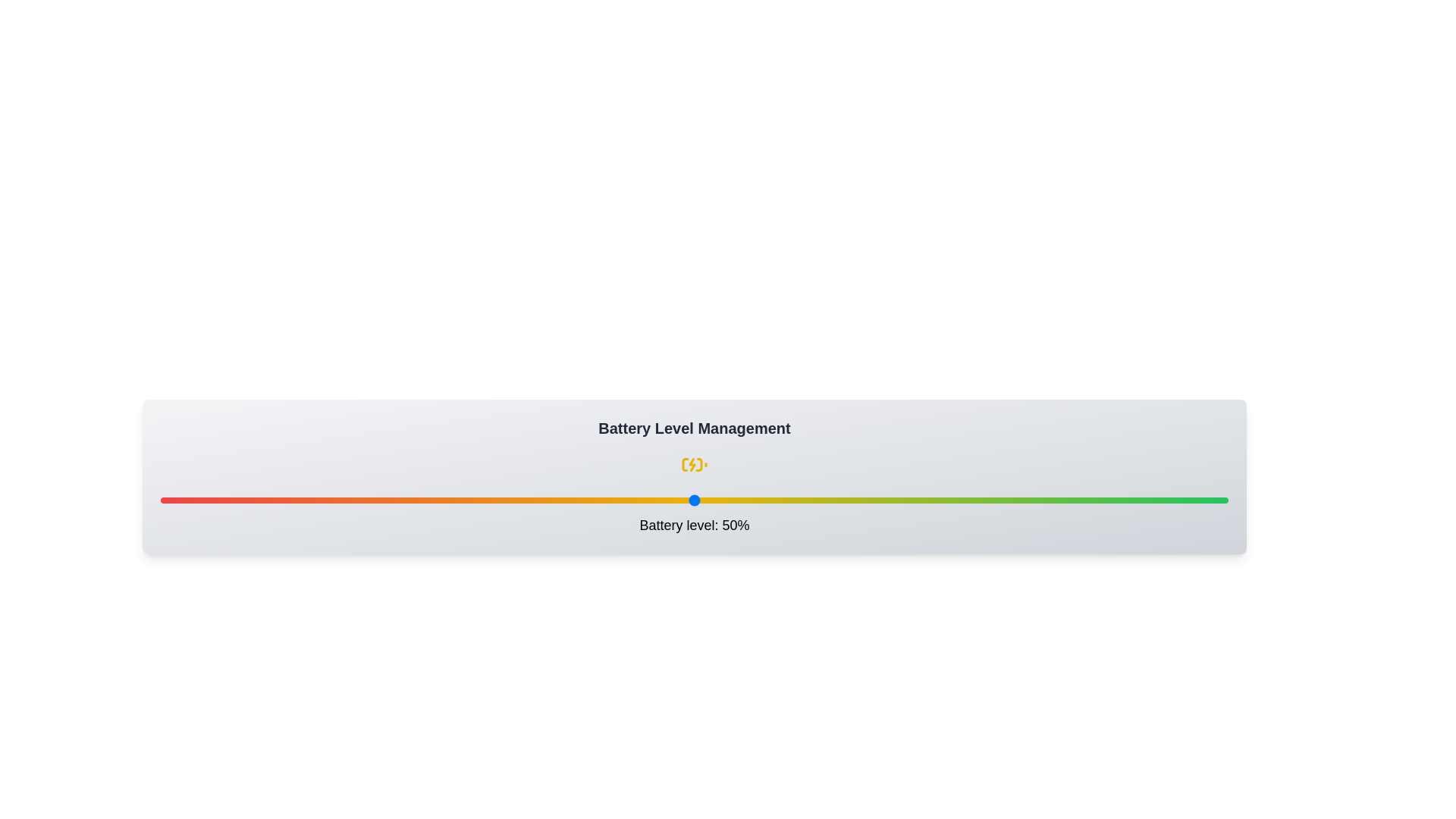 Image resolution: width=1456 pixels, height=819 pixels. I want to click on the battery level to 69% by interacting with the slider, so click(897, 500).